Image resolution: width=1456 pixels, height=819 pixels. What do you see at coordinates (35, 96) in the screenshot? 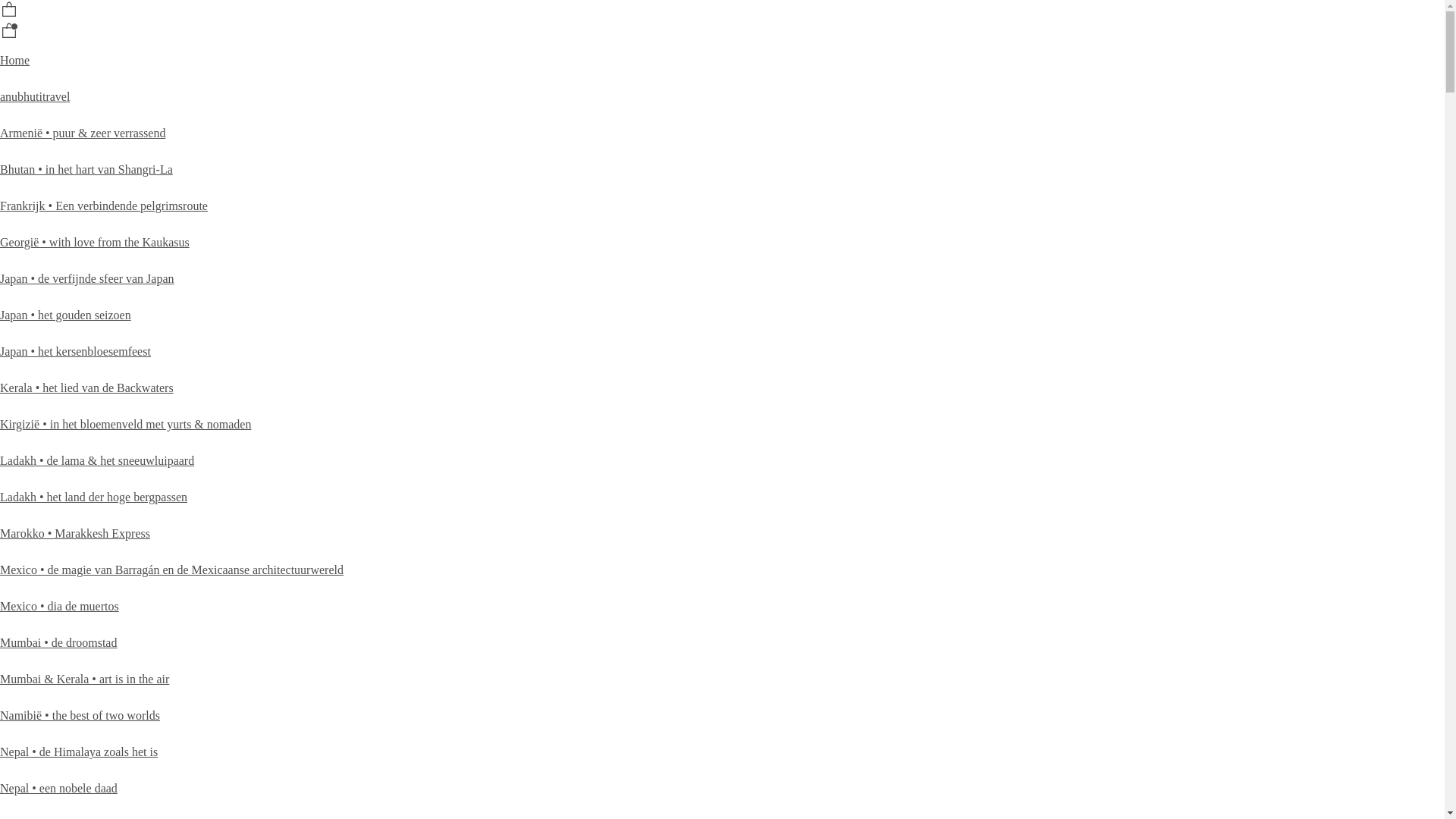
I see `'anubhutitravel'` at bounding box center [35, 96].